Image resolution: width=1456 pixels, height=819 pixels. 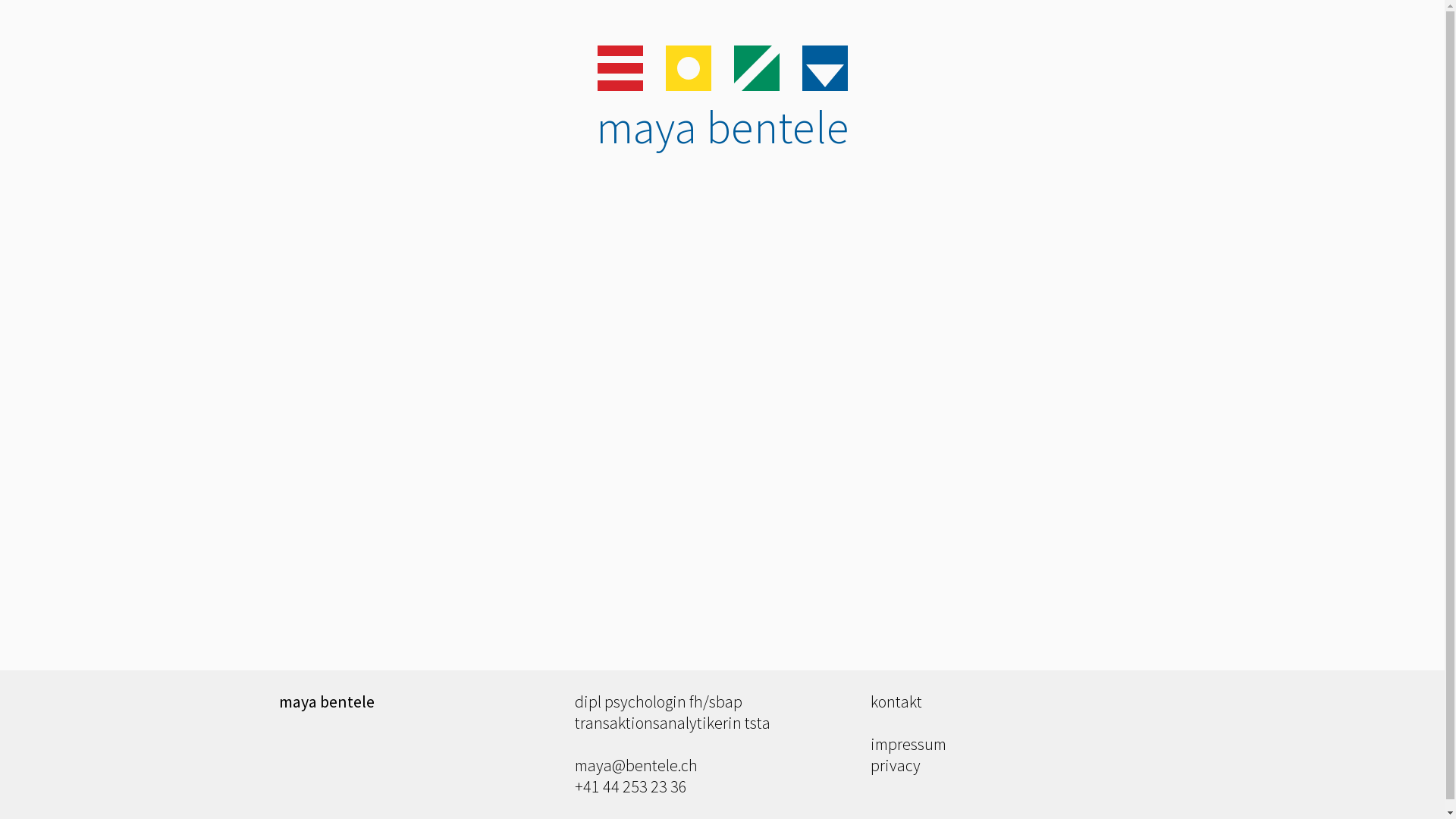 What do you see at coordinates (870, 742) in the screenshot?
I see `'impressum'` at bounding box center [870, 742].